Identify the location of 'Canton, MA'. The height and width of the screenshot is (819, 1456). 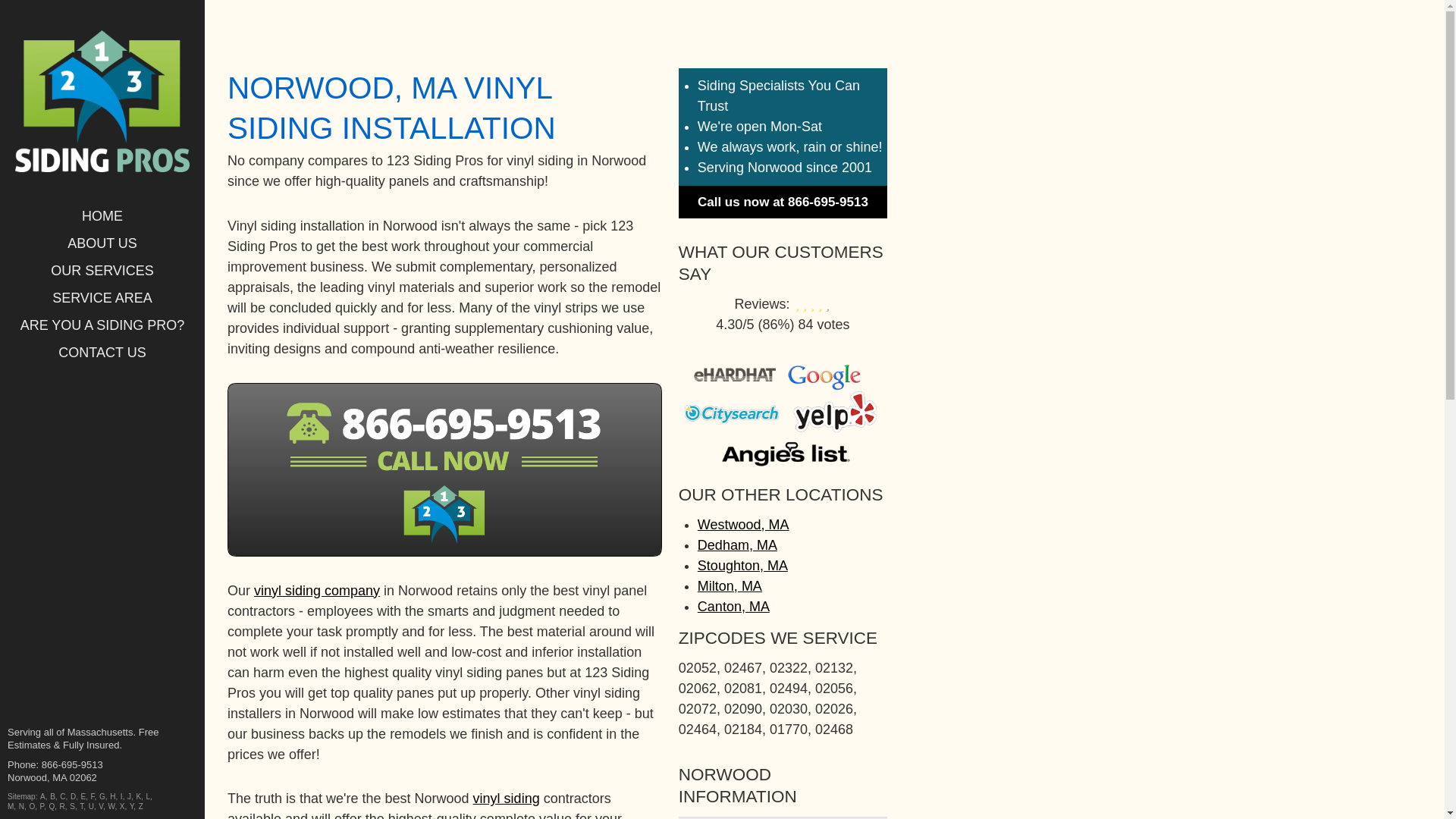
(733, 605).